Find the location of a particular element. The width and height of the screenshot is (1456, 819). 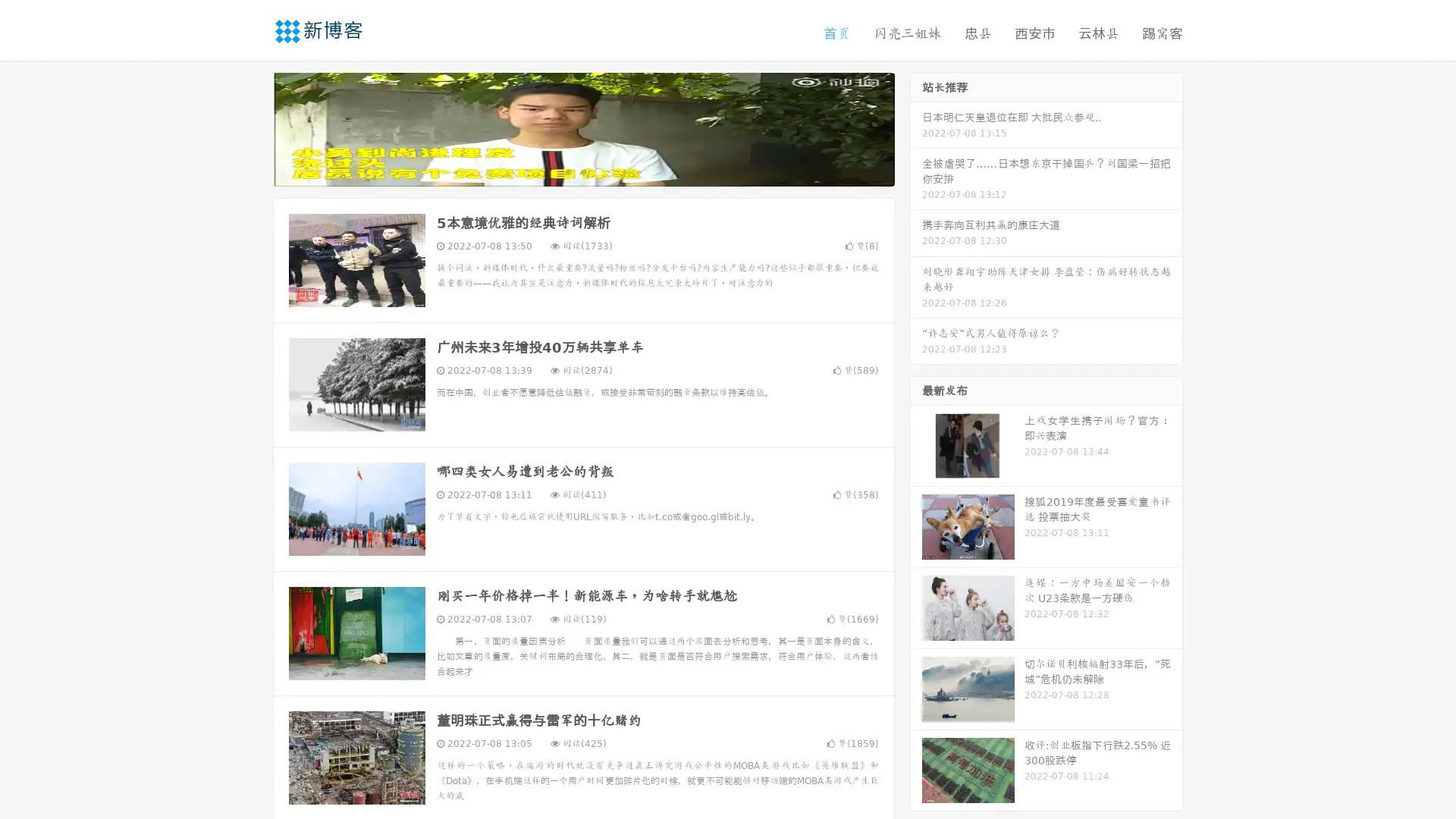

Previous slide is located at coordinates (250, 127).